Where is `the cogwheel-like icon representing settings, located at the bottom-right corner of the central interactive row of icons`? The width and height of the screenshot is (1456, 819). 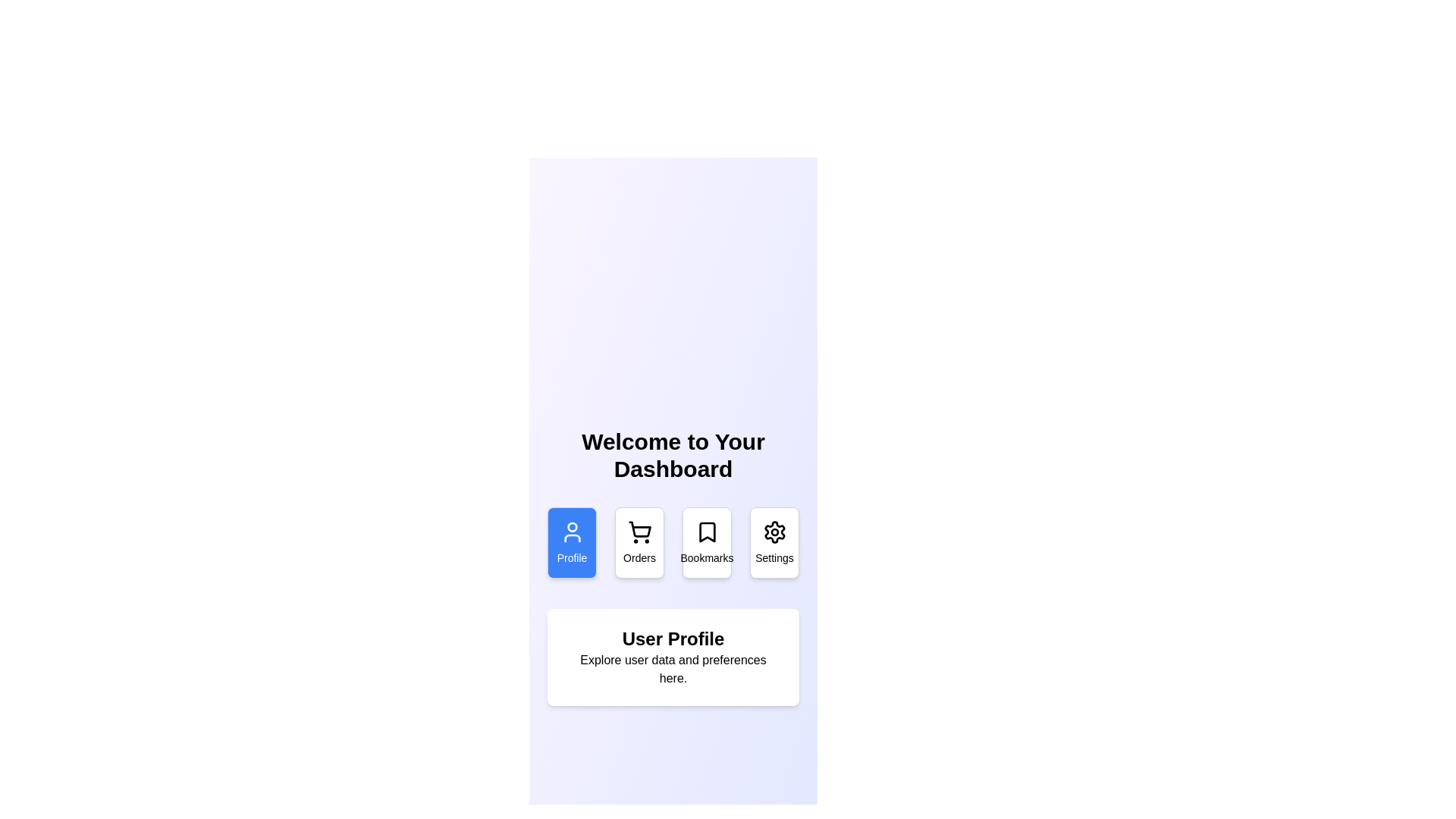
the cogwheel-like icon representing settings, located at the bottom-right corner of the central interactive row of icons is located at coordinates (774, 532).